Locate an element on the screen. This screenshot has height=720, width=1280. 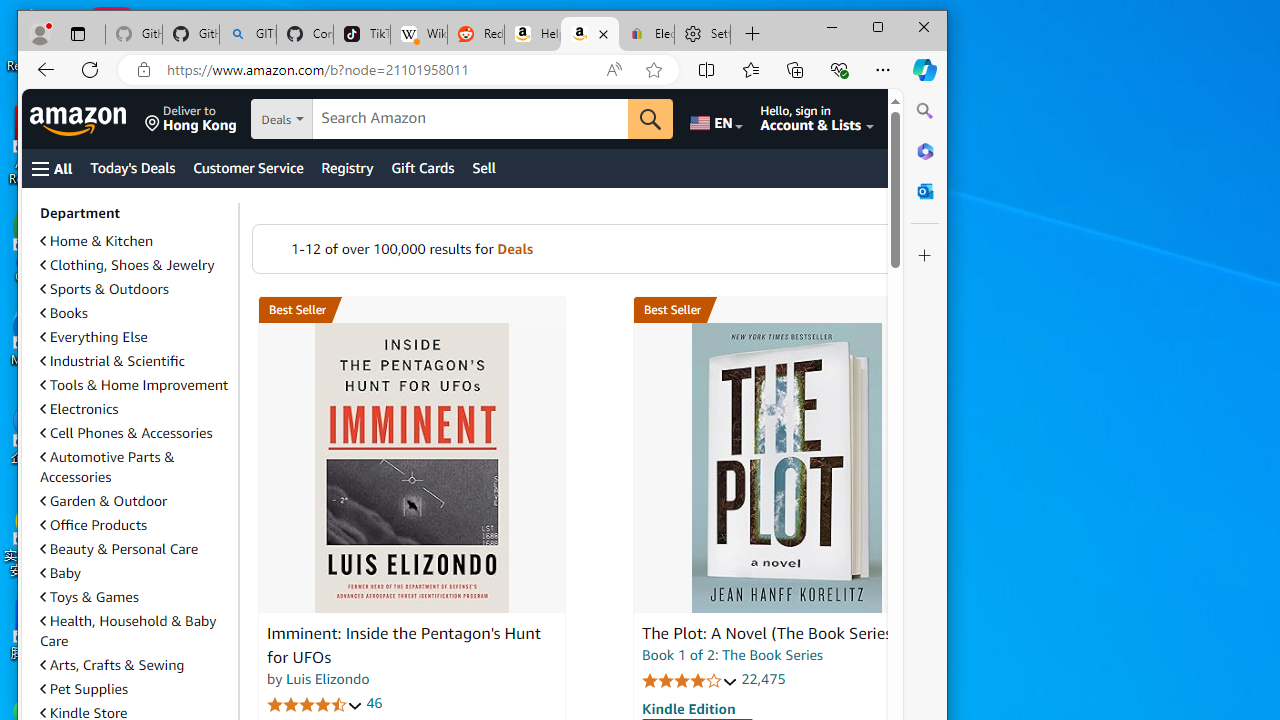
'Search Amazon' is located at coordinates (470, 119).